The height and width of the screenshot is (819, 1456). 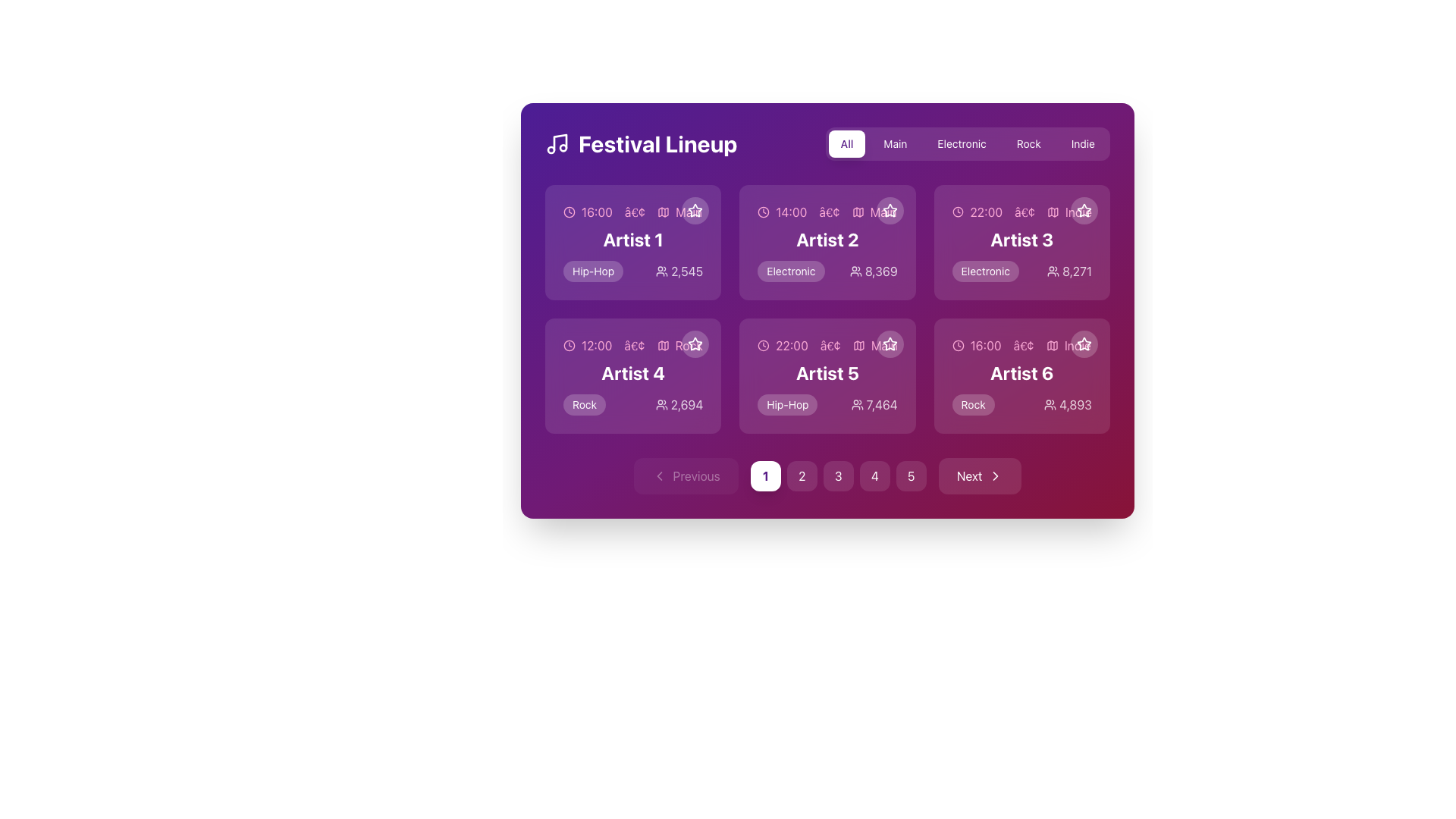 I want to click on the graphical representation of the Map Icon located at the bottom right of the 'Artist 6' card, which is in the last row and last column of the grid, positioned to the right of a bullet point and before the text label 'Indie', so click(x=1051, y=345).